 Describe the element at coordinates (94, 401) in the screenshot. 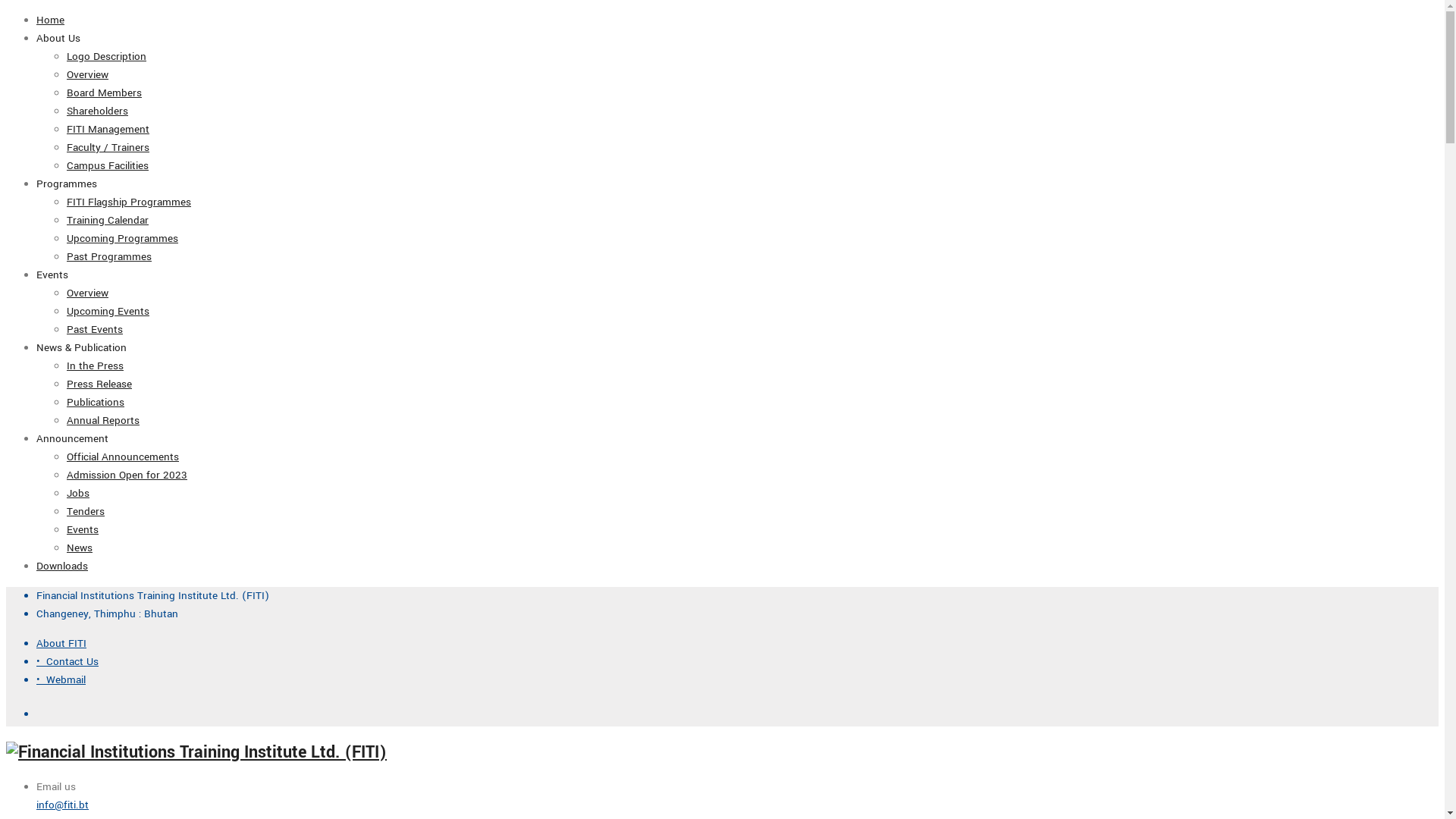

I see `'Publications'` at that location.